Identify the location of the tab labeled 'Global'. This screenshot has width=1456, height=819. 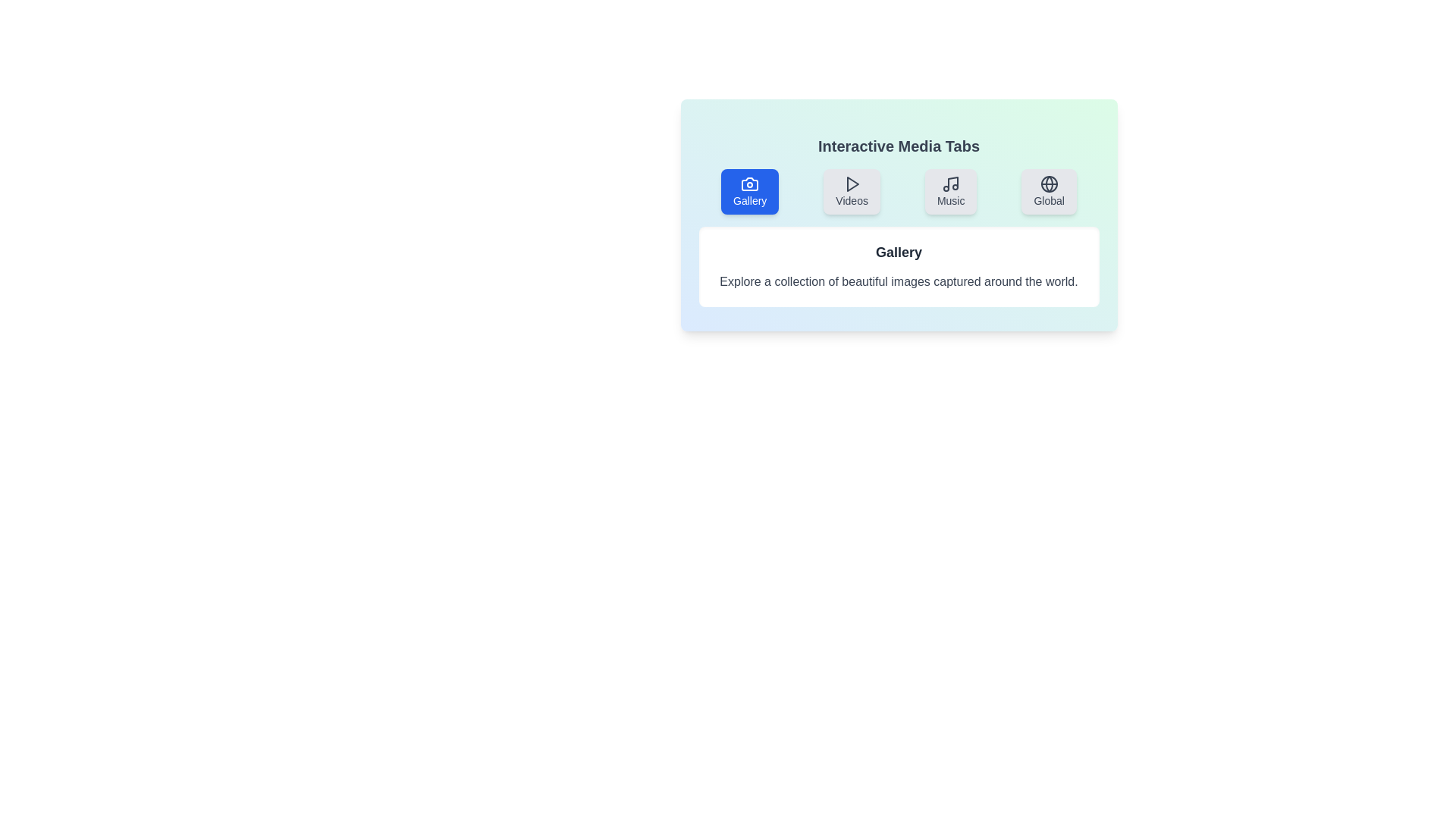
(1048, 191).